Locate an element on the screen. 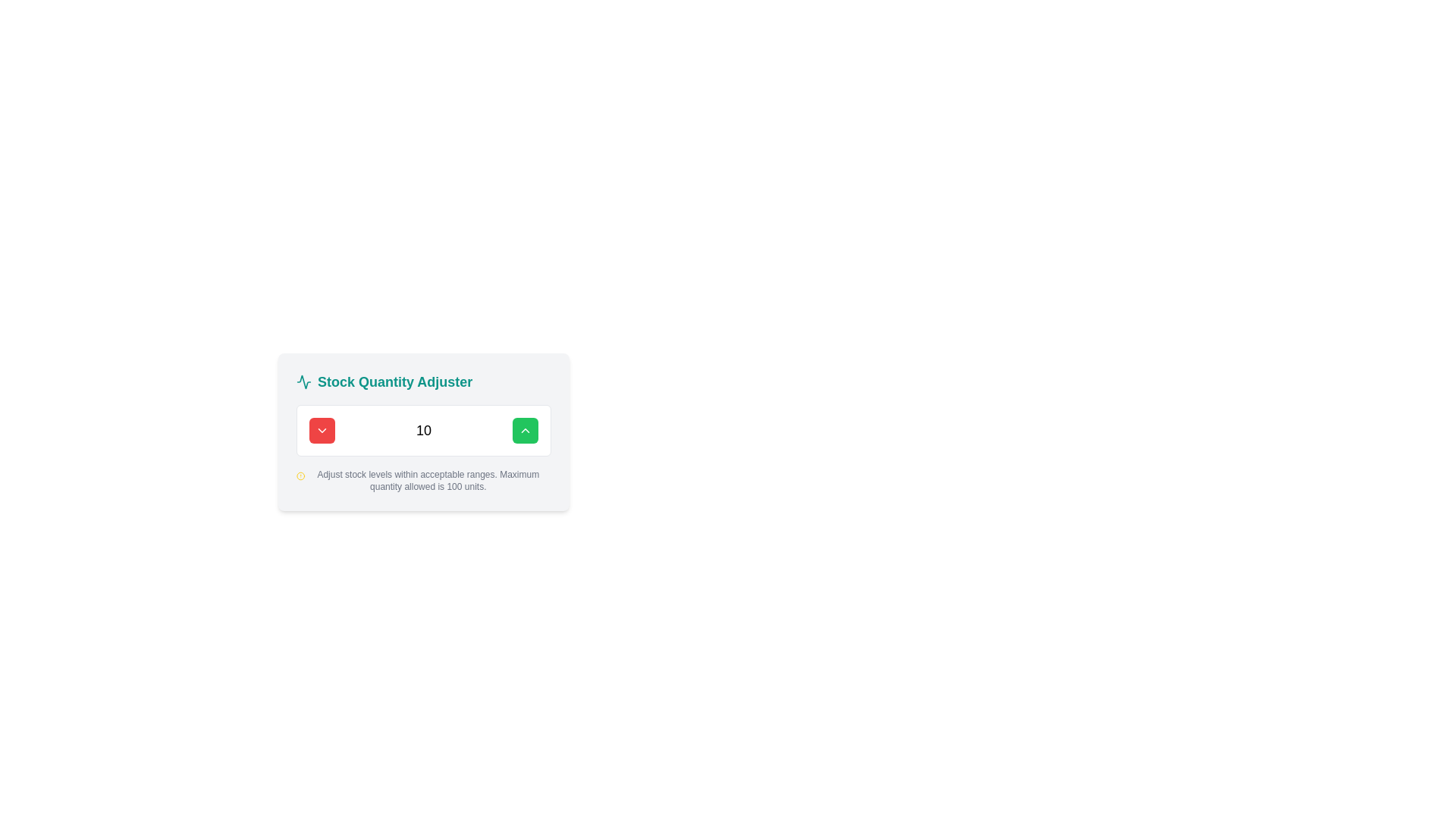  yellow warning icon featuring a circular outline with an alert exclamation mark, positioned to the far left of the informational text in the 'Stock Quantity Adjuster' interface is located at coordinates (300, 475).